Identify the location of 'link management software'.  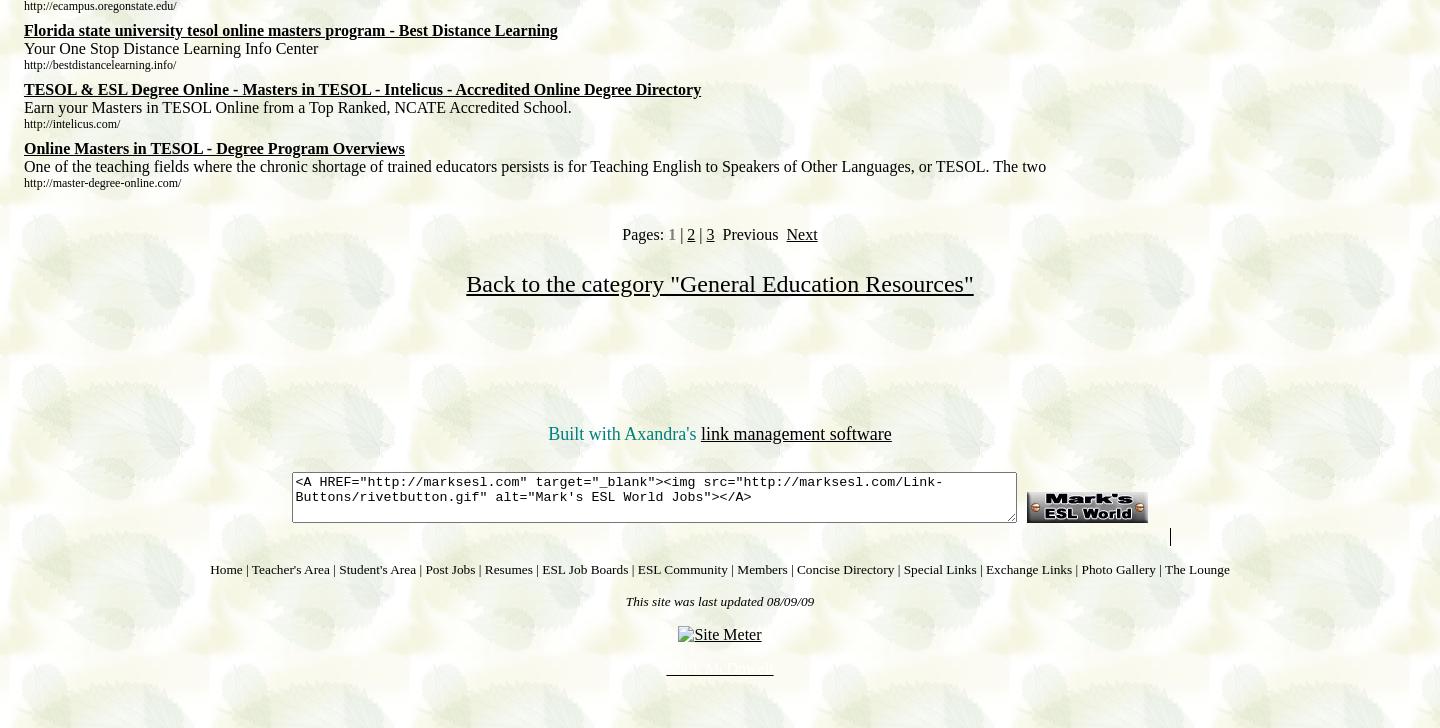
(699, 434).